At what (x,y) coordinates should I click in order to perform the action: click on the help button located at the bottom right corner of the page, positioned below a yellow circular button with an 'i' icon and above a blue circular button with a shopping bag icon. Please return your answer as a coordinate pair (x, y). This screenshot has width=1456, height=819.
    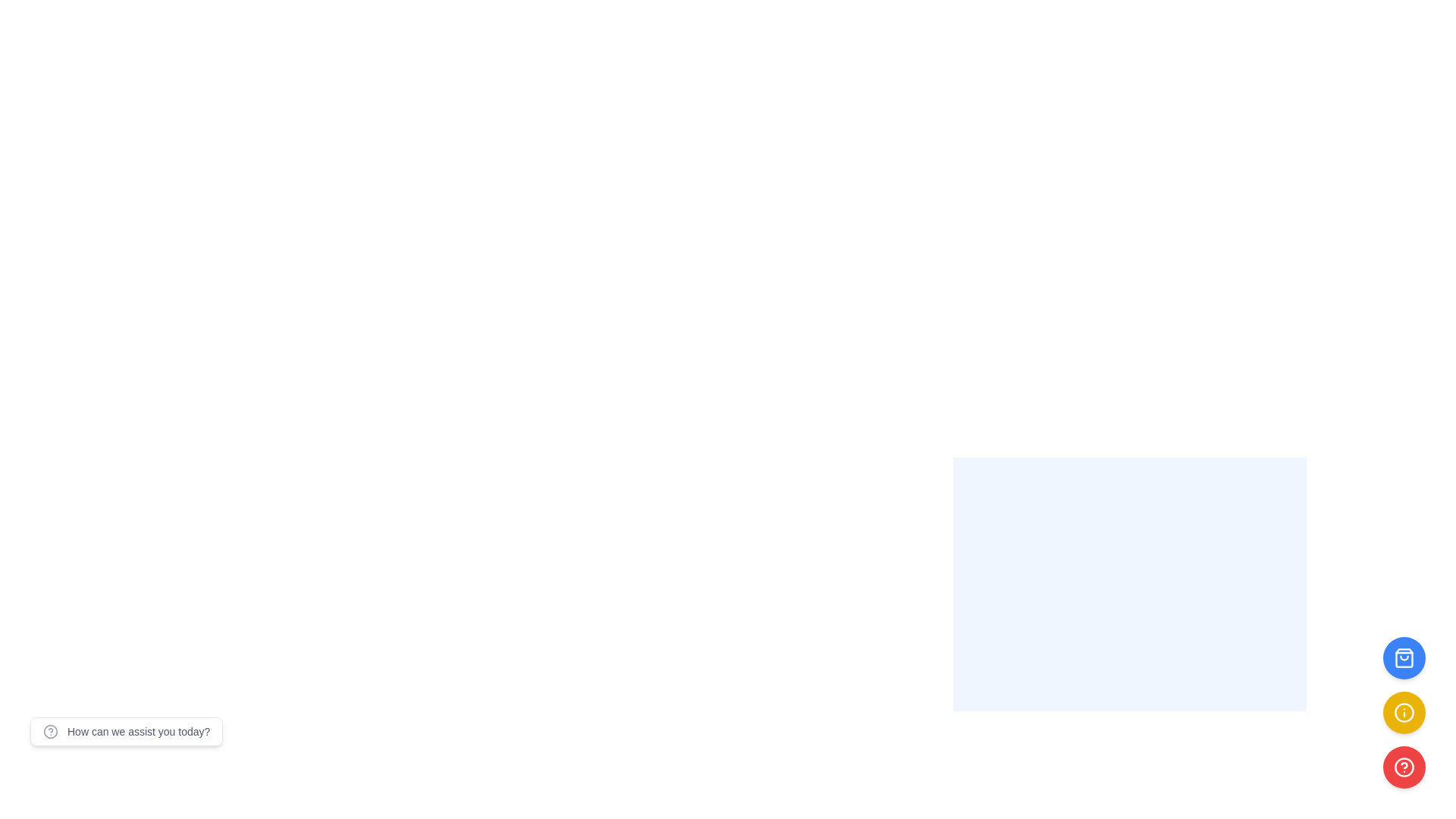
    Looking at the image, I should click on (1404, 767).